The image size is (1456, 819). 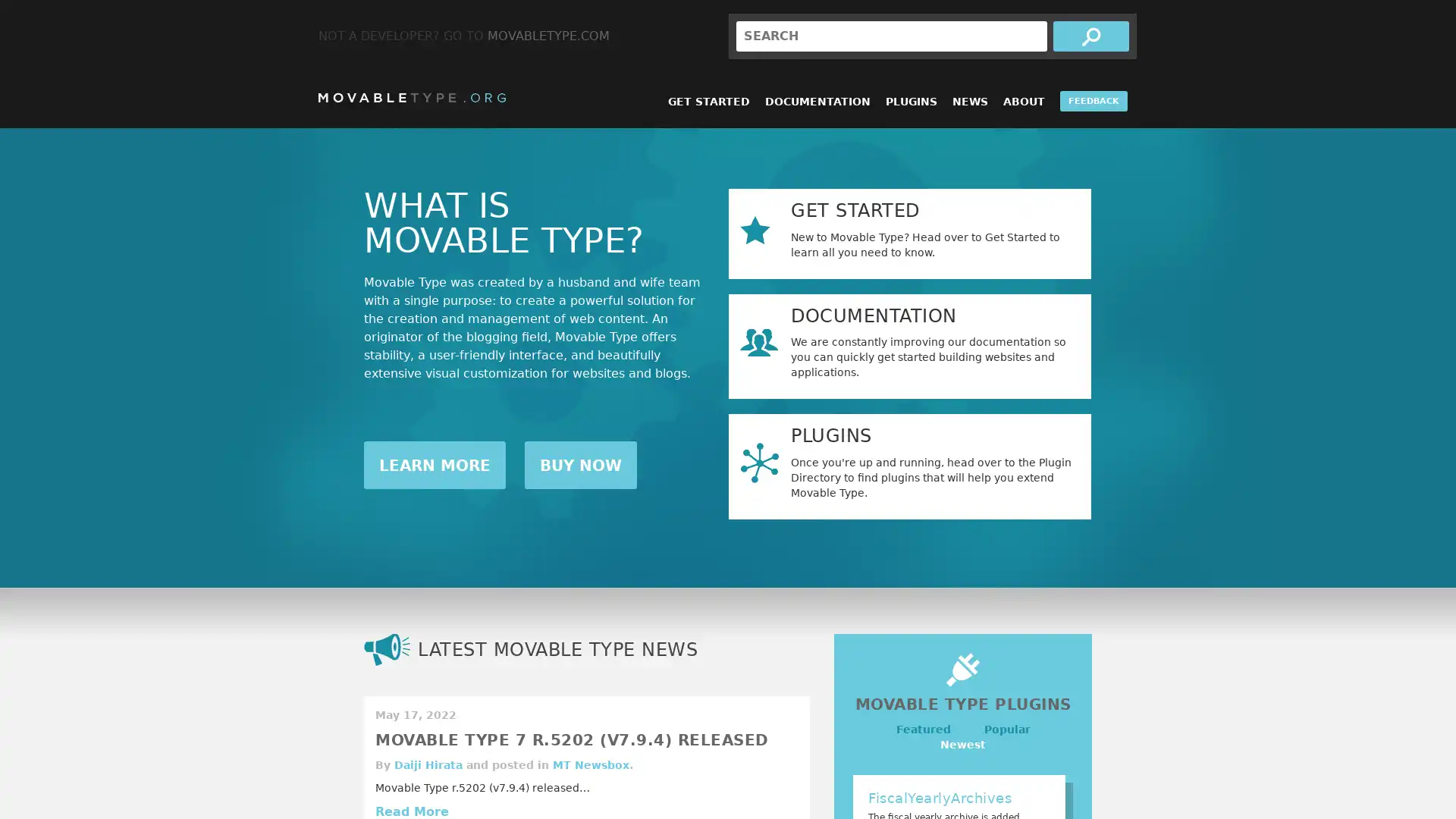 What do you see at coordinates (1090, 35) in the screenshot?
I see `search` at bounding box center [1090, 35].